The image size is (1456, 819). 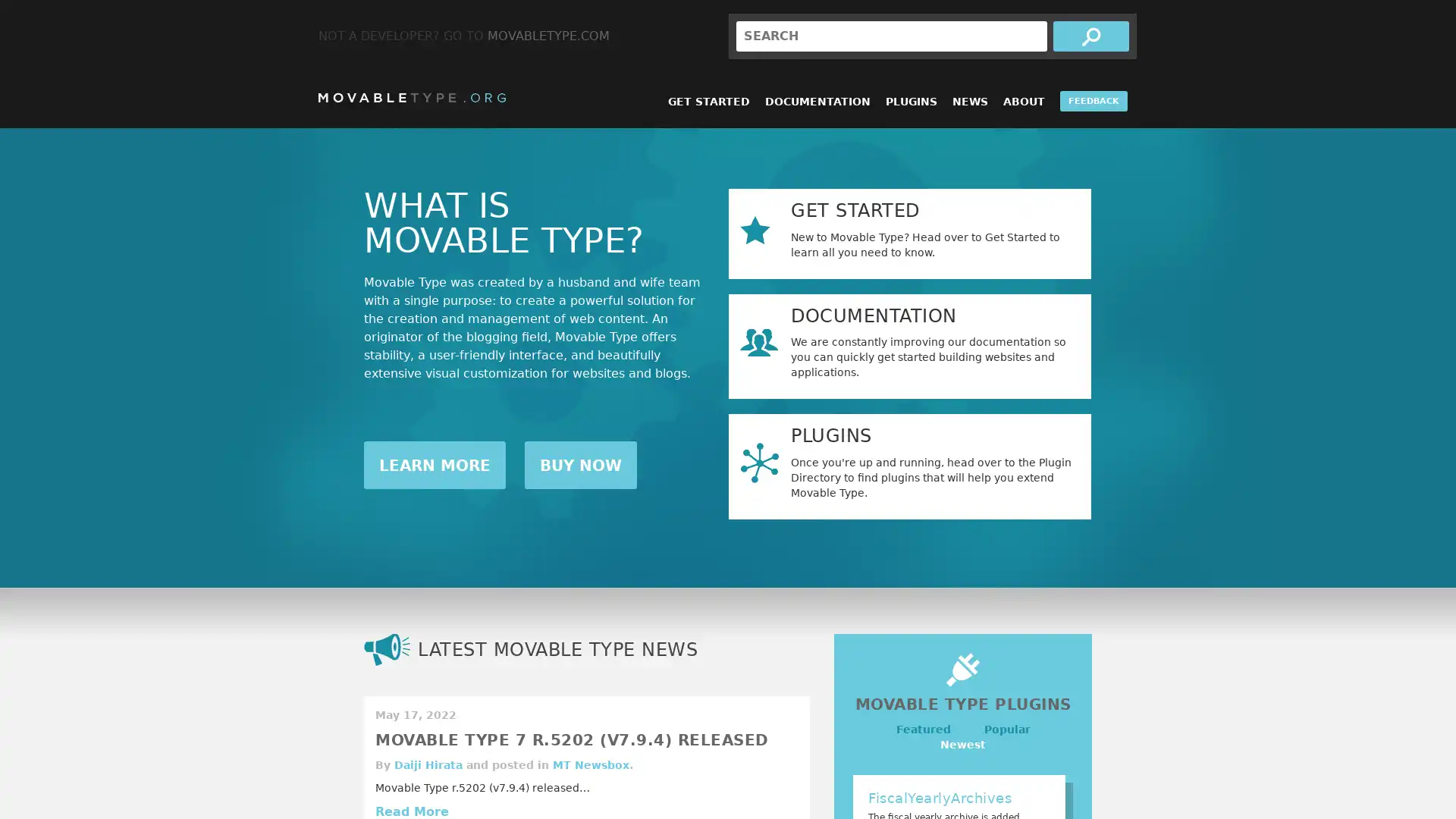 What do you see at coordinates (1090, 35) in the screenshot?
I see `search` at bounding box center [1090, 35].